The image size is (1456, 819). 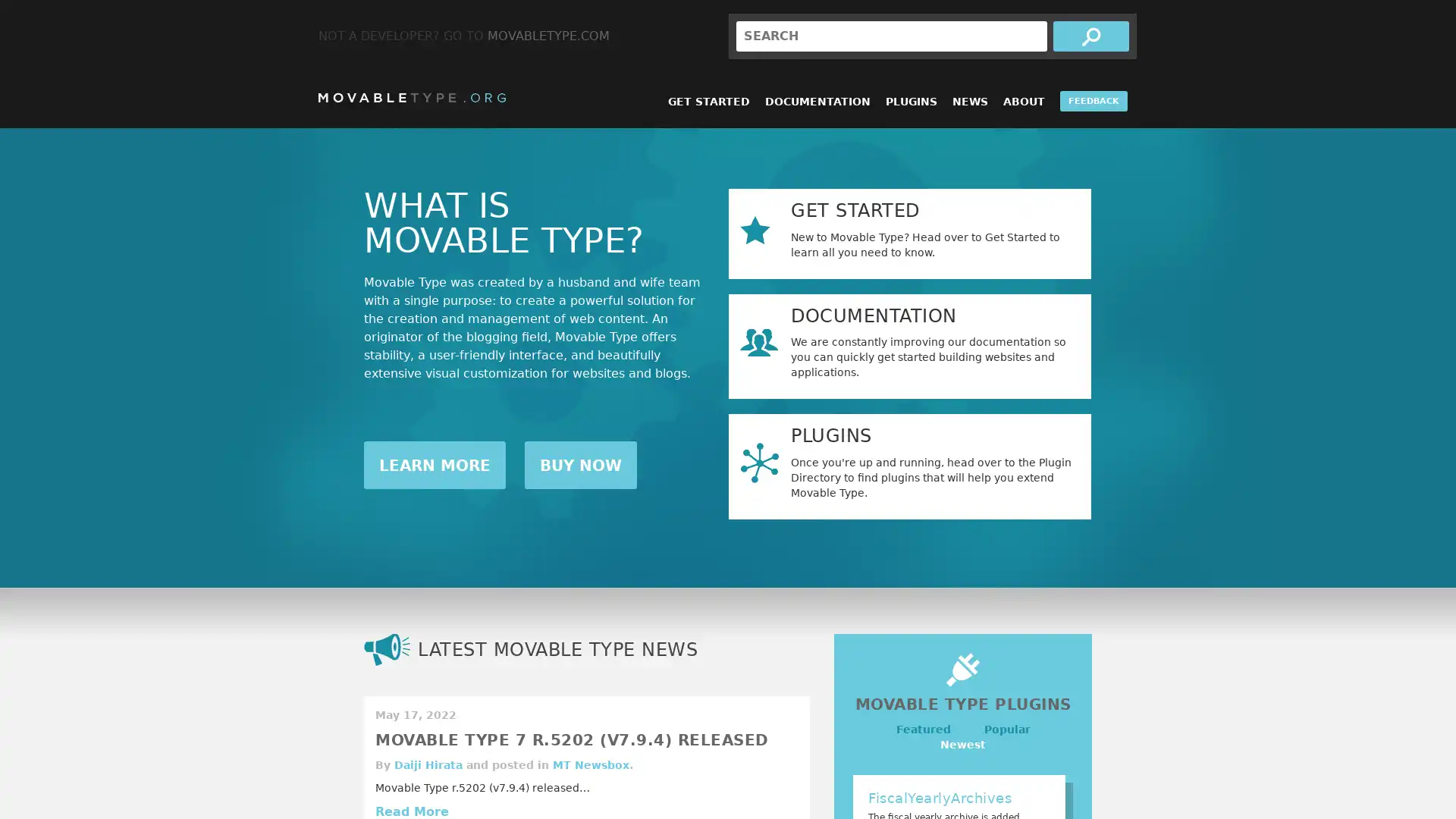 What do you see at coordinates (1090, 35) in the screenshot?
I see `search` at bounding box center [1090, 35].